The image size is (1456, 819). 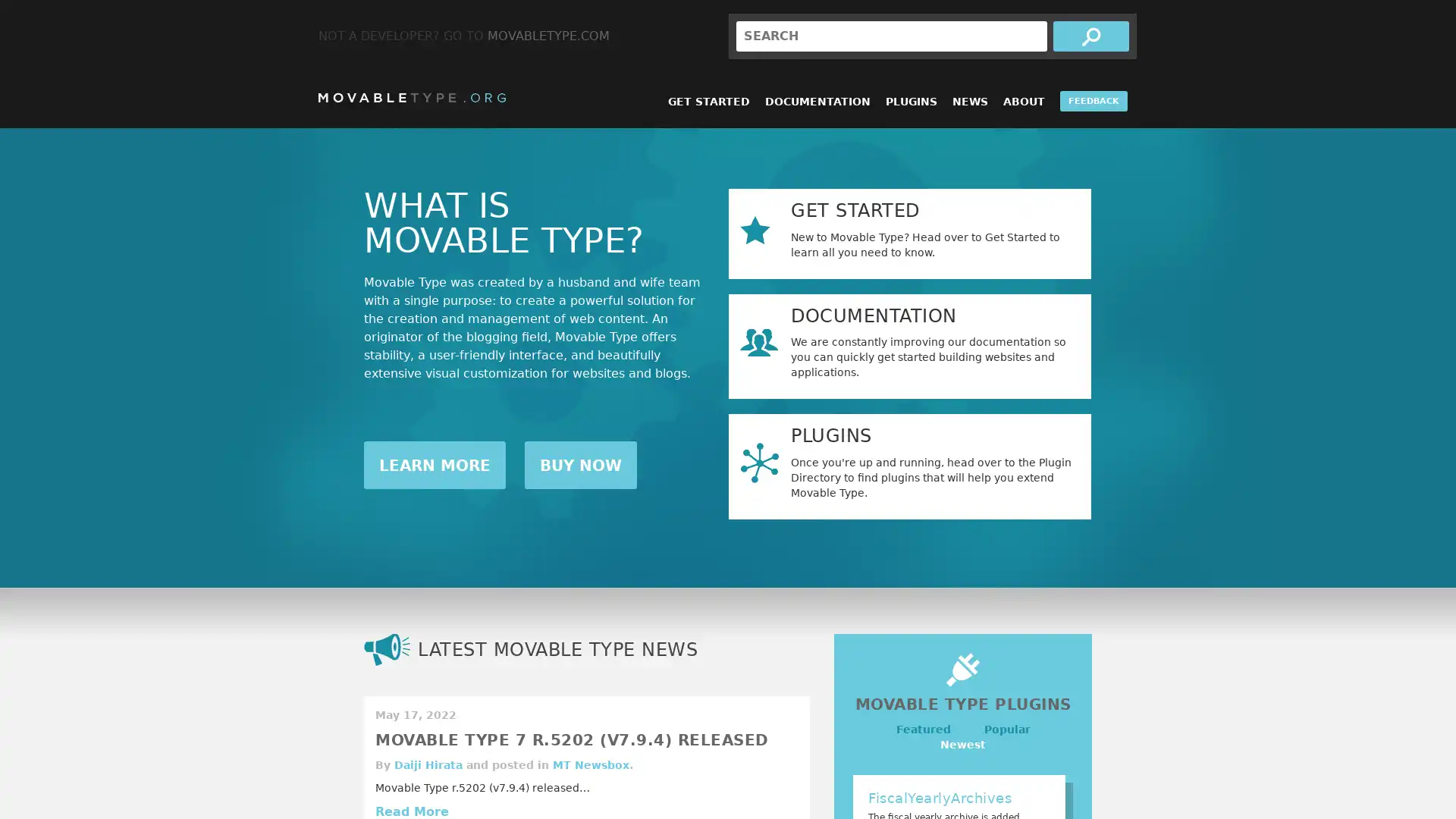 What do you see at coordinates (1090, 35) in the screenshot?
I see `search` at bounding box center [1090, 35].